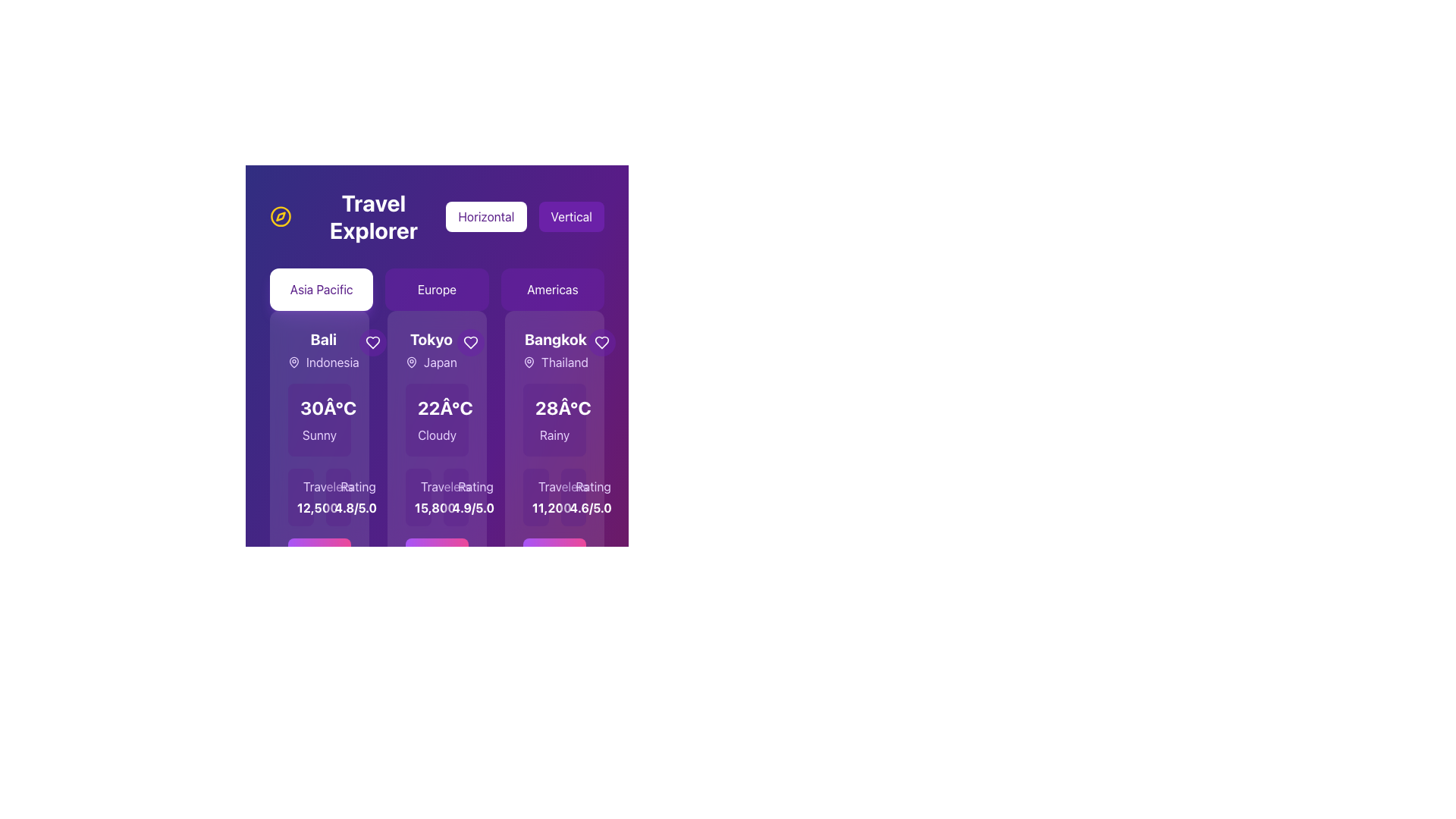 The width and height of the screenshot is (1456, 819). Describe the element at coordinates (554, 350) in the screenshot. I see `the text display element that shows the location 'Bangkok, Thailand', which is centrally aligned at the top of the card` at that location.